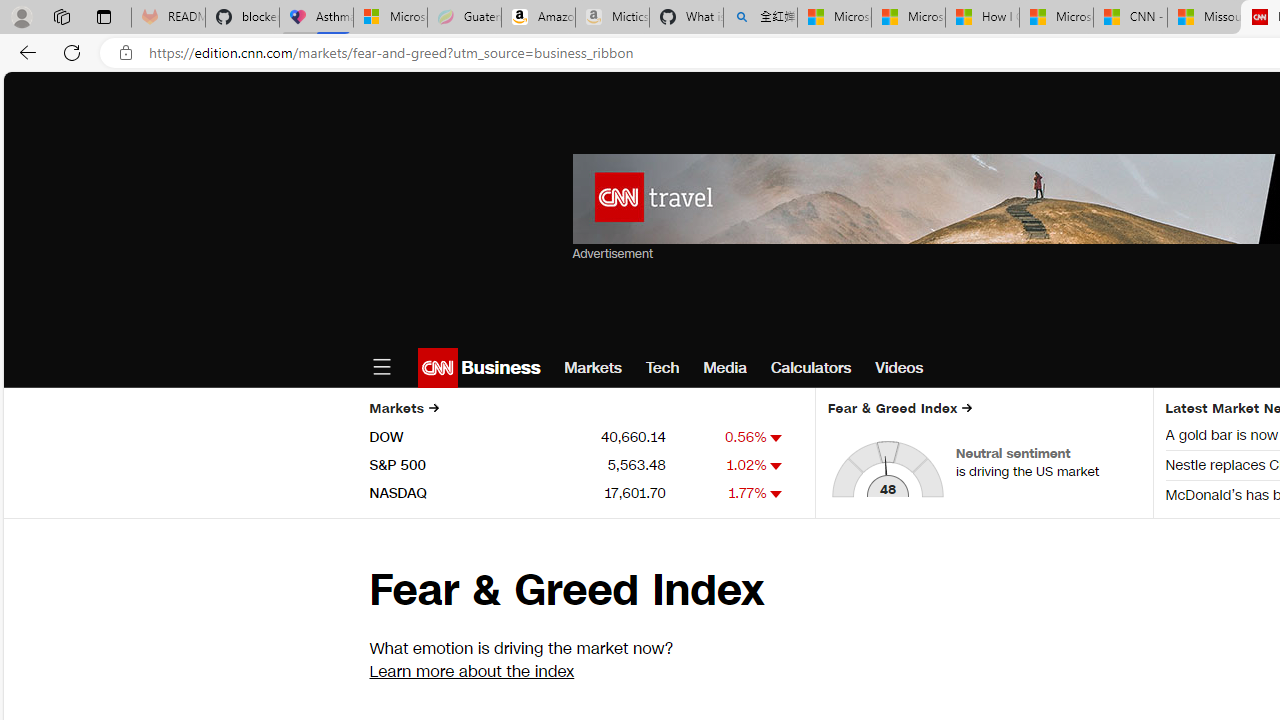 The width and height of the screenshot is (1280, 720). I want to click on 'Media', so click(724, 367).